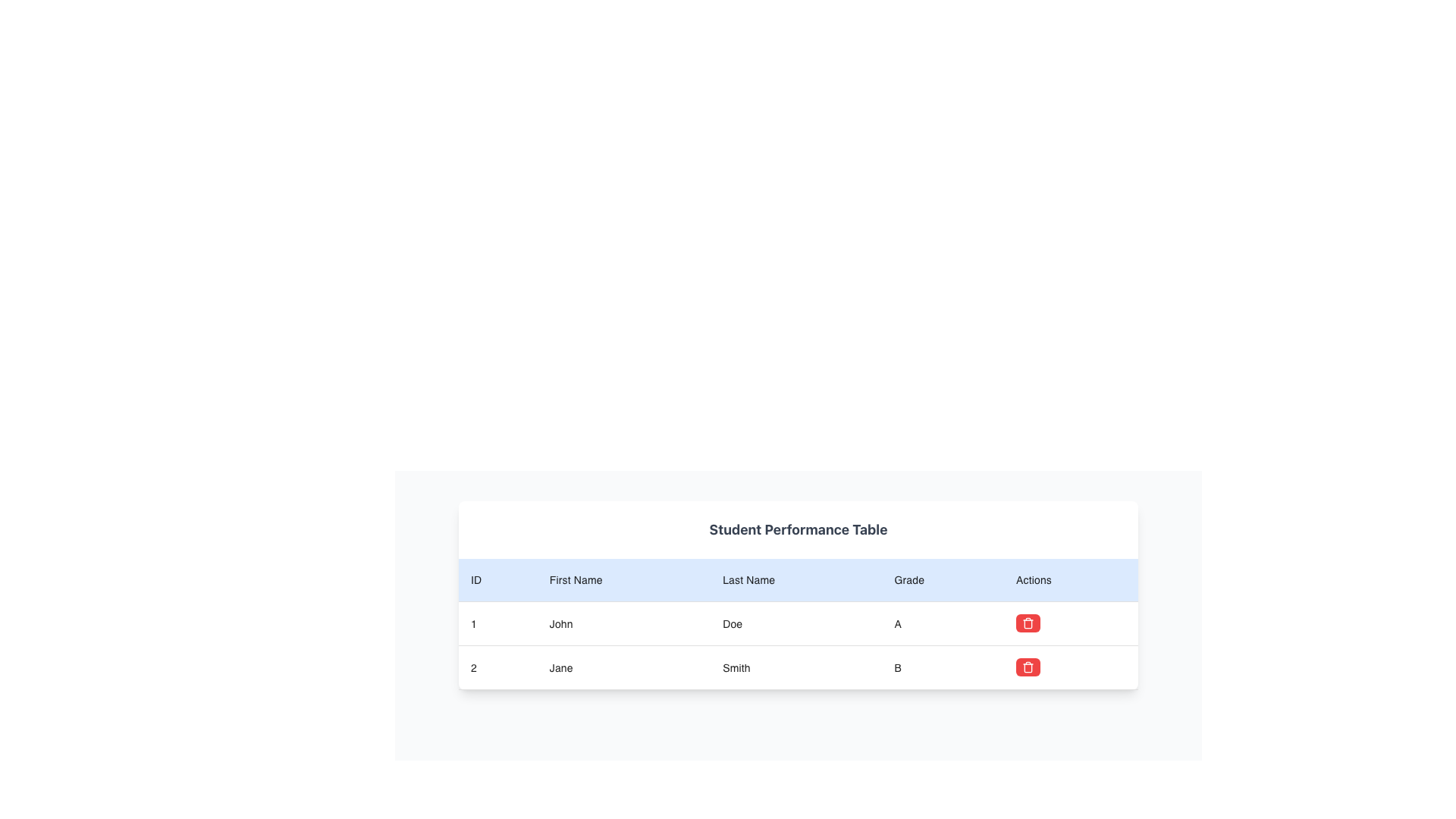 This screenshot has height=819, width=1456. Describe the element at coordinates (1028, 666) in the screenshot. I see `the trash can icon located in the 'Actions' column of the second row by` at that location.